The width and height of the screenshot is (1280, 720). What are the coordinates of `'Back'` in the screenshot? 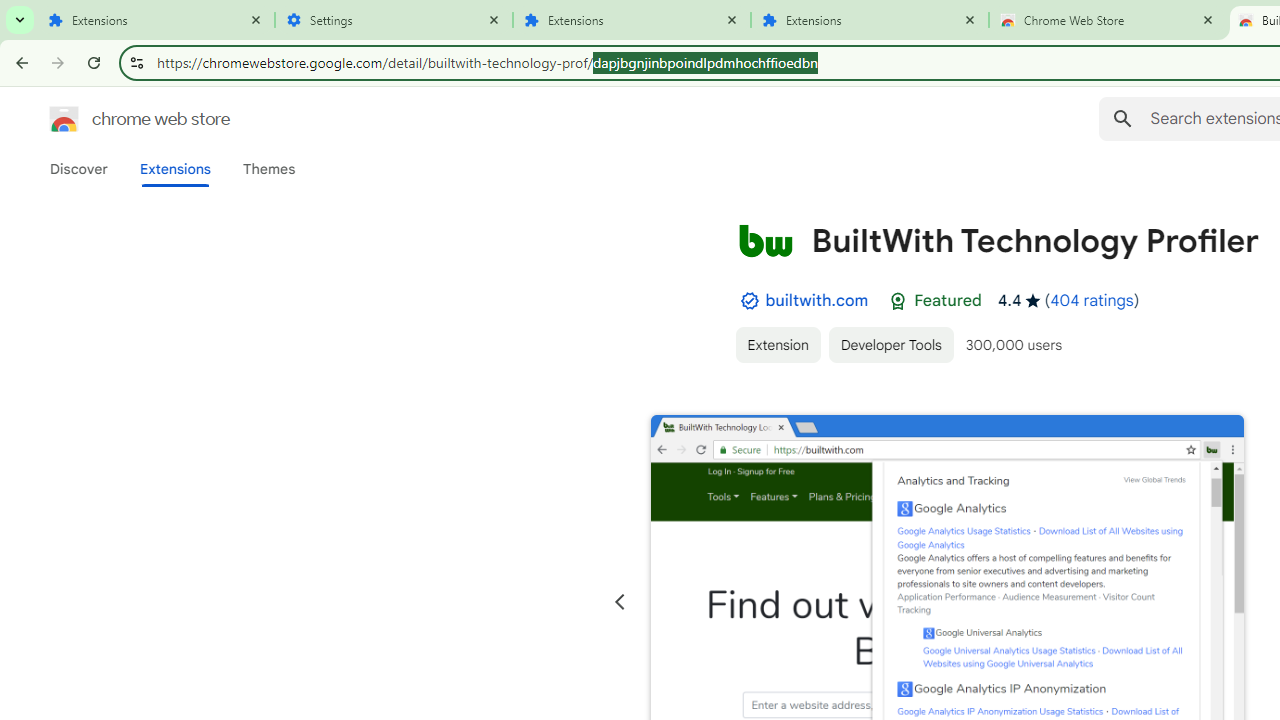 It's located at (19, 61).